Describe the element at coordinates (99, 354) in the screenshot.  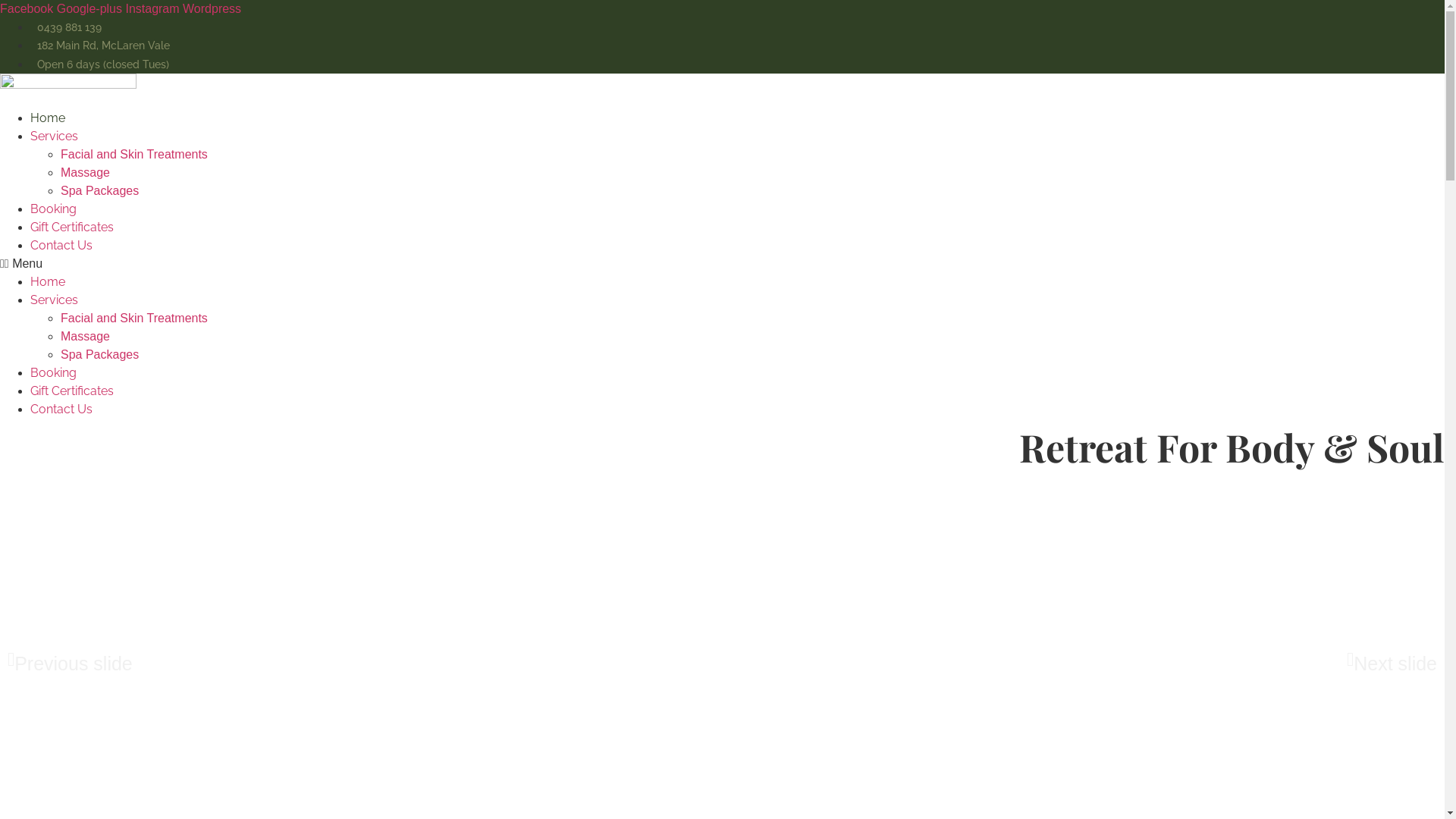
I see `'Spa Packages'` at that location.